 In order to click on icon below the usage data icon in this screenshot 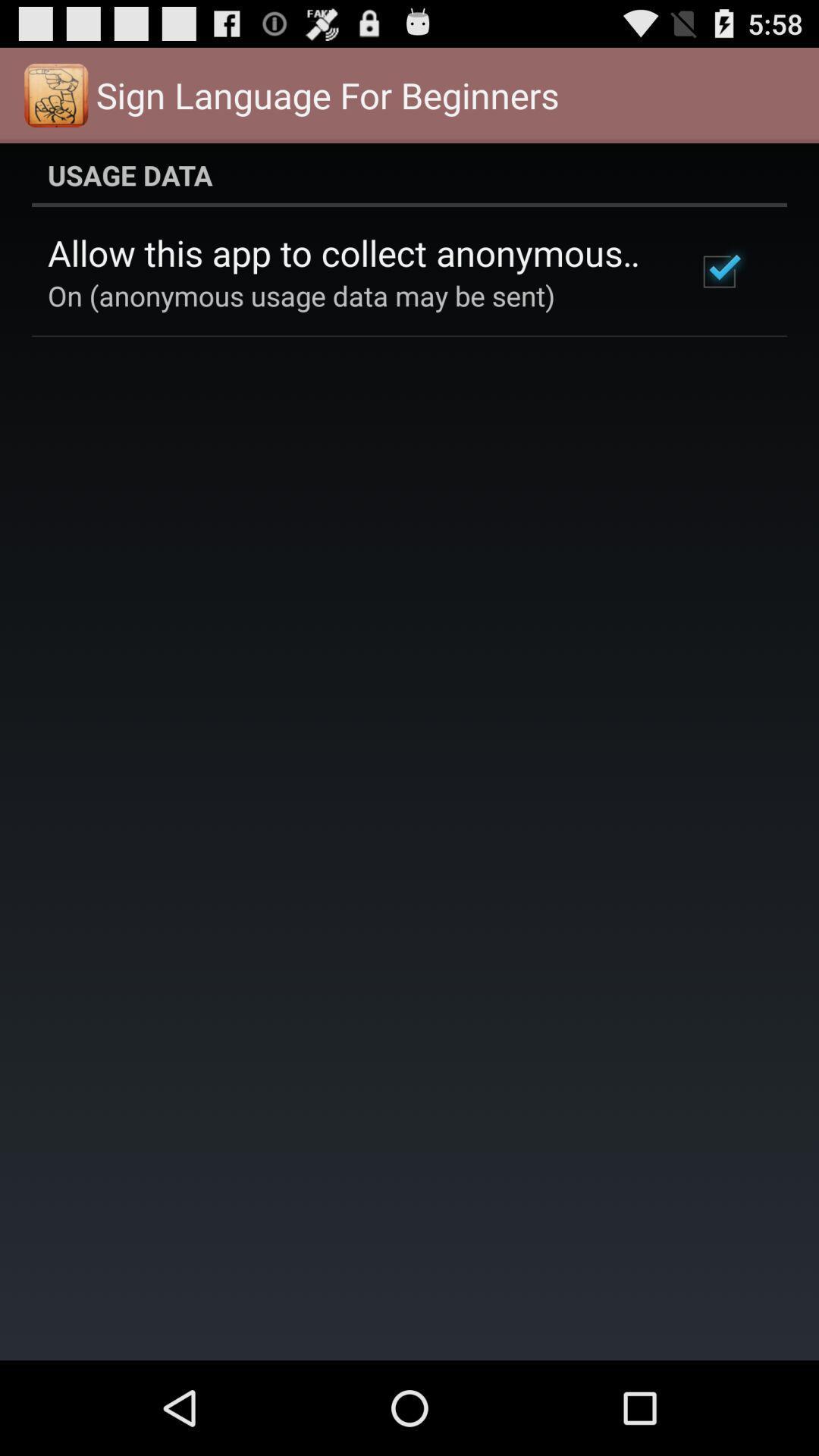, I will do `click(718, 271)`.